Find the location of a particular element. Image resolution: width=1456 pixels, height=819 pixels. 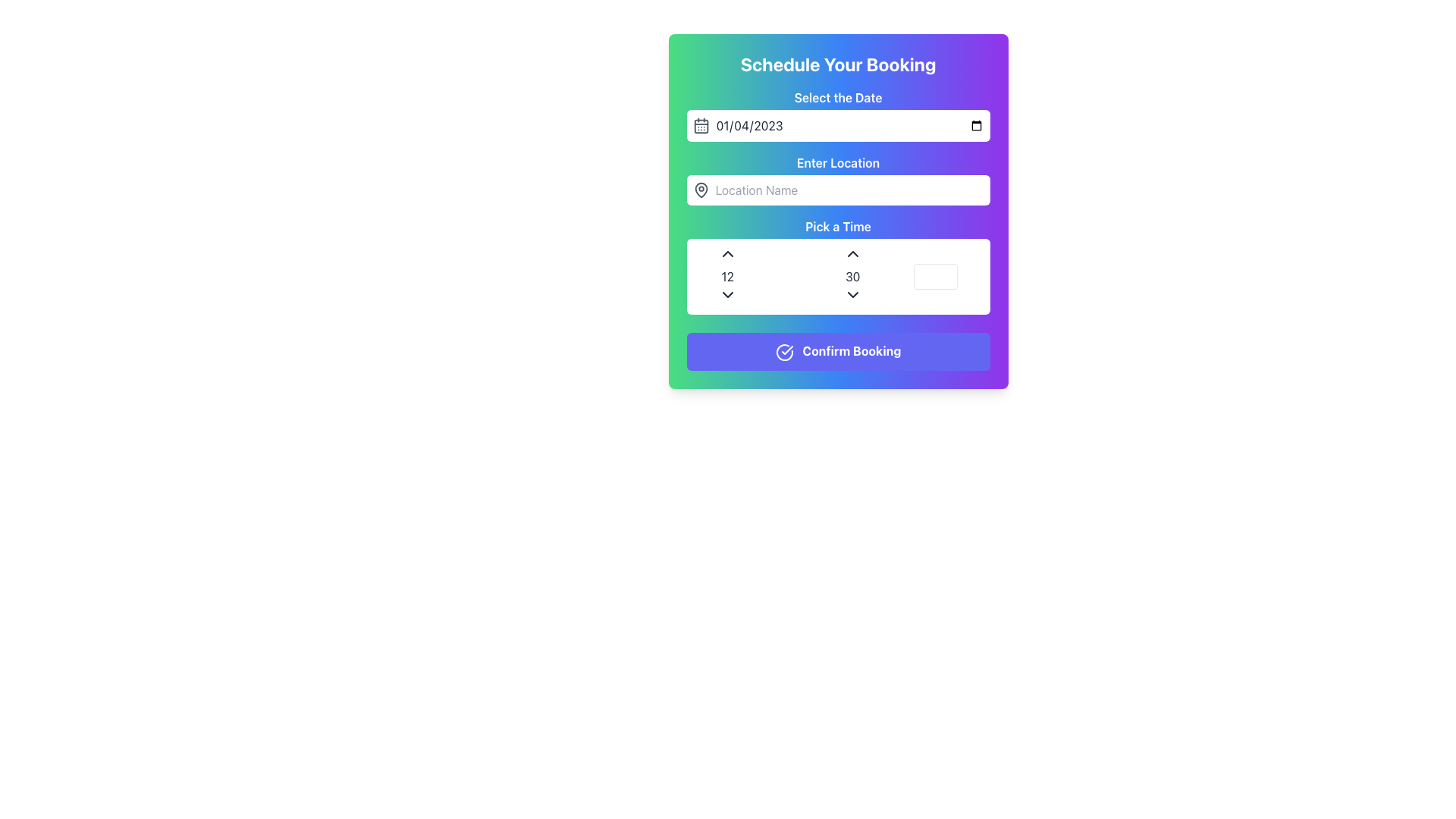

the 'Confirm Booking' button located at the bottom of the 'Schedule Your Booking' form is located at coordinates (837, 351).